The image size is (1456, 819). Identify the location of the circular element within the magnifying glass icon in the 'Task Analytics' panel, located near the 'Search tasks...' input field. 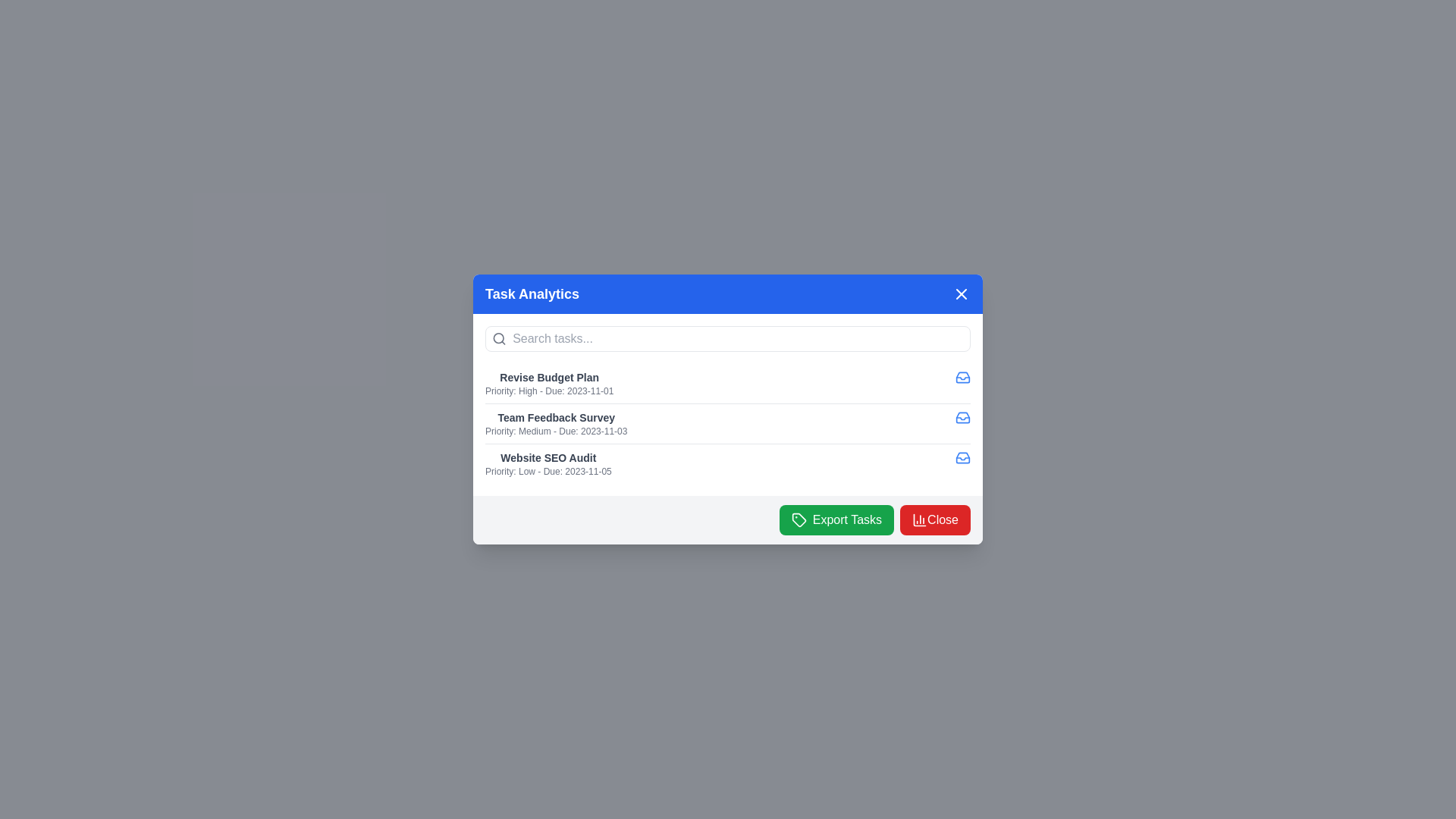
(498, 337).